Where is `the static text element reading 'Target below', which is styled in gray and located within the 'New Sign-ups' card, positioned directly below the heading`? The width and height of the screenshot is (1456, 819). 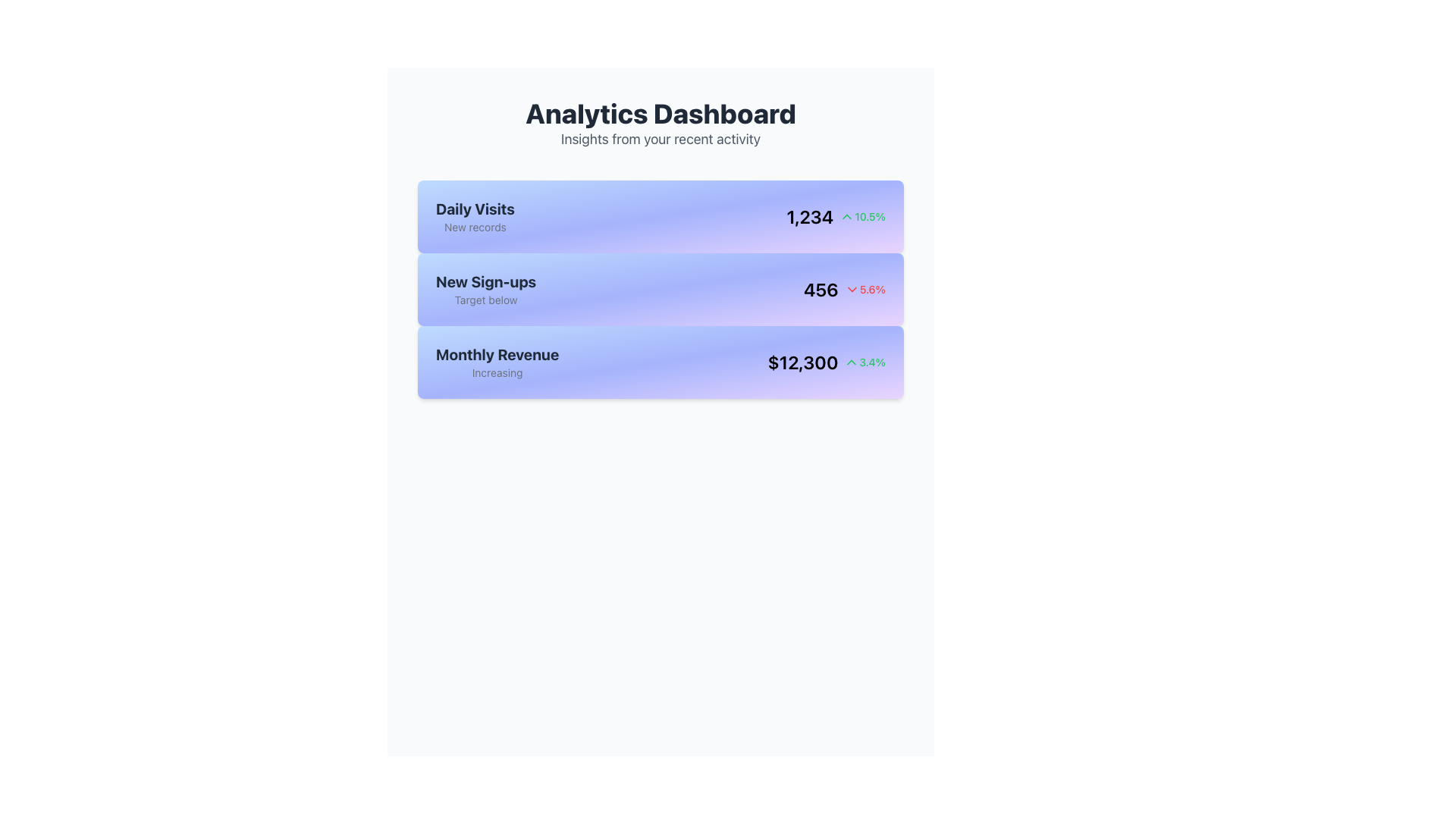
the static text element reading 'Target below', which is styled in gray and located within the 'New Sign-ups' card, positioned directly below the heading is located at coordinates (486, 300).